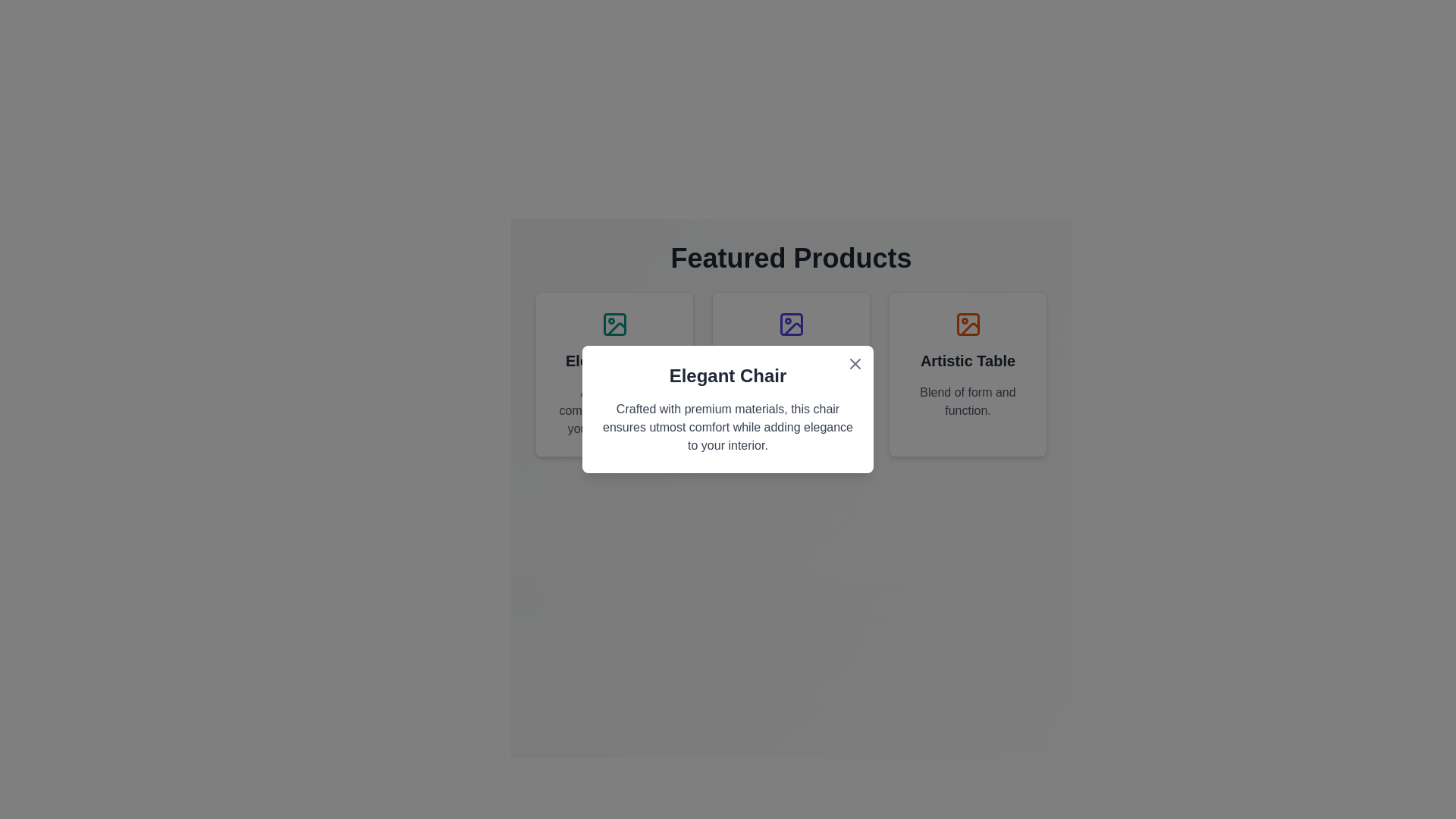  I want to click on the Close button located in the top-right corner of the 'Elegant Chair' modal, so click(855, 363).